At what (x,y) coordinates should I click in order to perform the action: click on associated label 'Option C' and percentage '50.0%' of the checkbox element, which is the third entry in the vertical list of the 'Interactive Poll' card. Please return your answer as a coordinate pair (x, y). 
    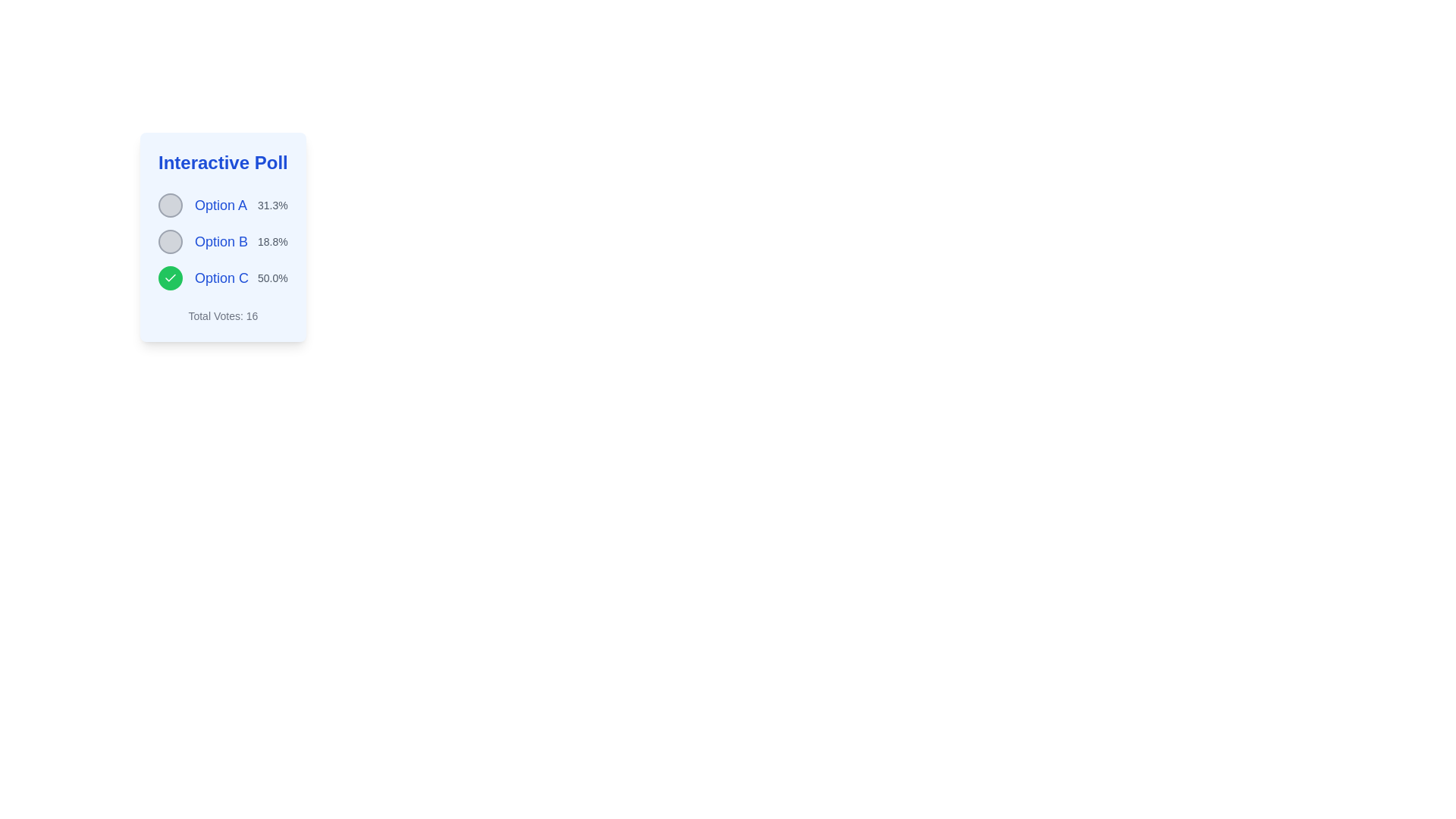
    Looking at the image, I should click on (222, 278).